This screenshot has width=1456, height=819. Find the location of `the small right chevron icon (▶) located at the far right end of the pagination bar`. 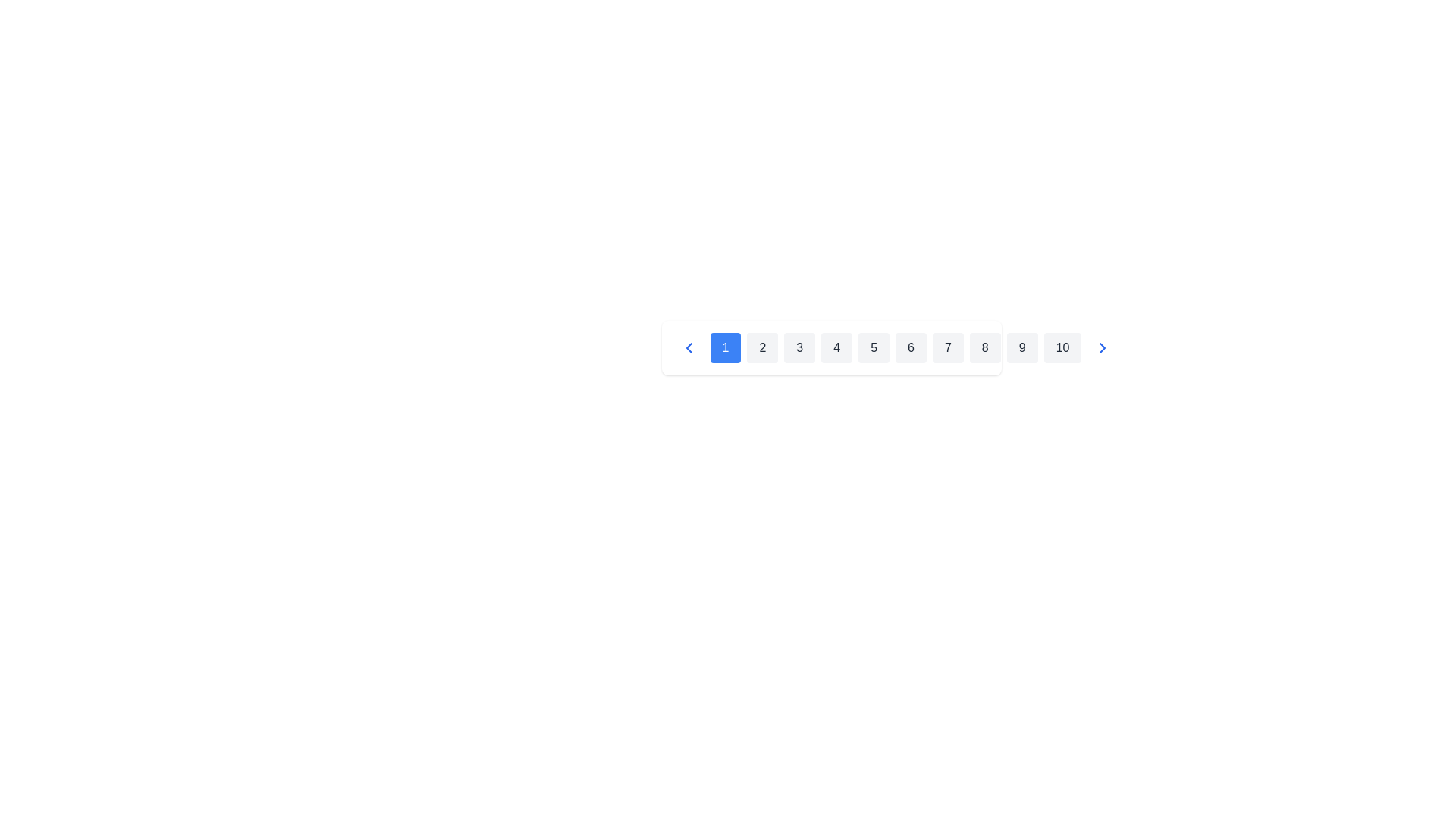

the small right chevron icon (▶) located at the far right end of the pagination bar is located at coordinates (1103, 348).